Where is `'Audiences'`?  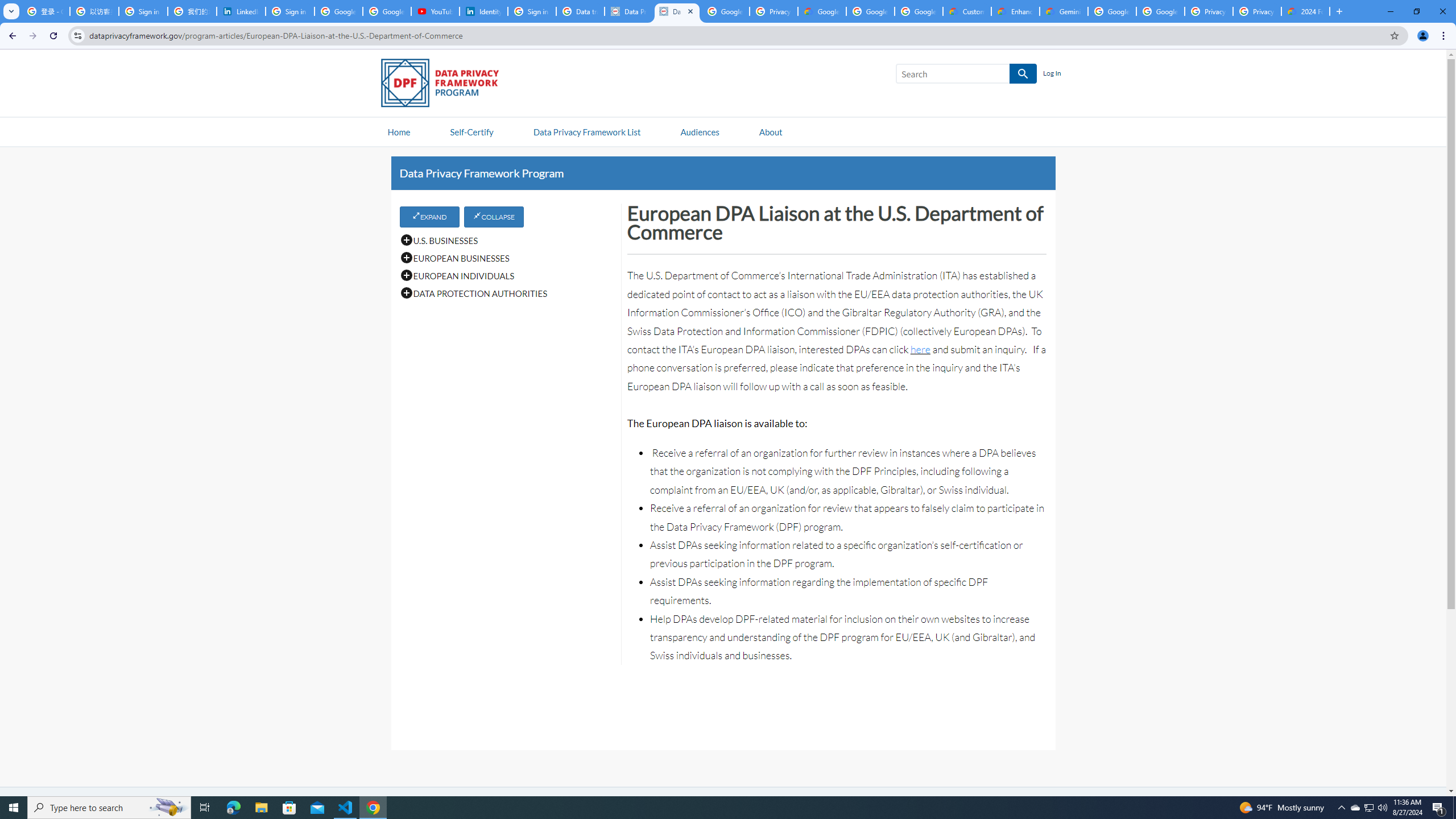
'Audiences' is located at coordinates (700, 131).